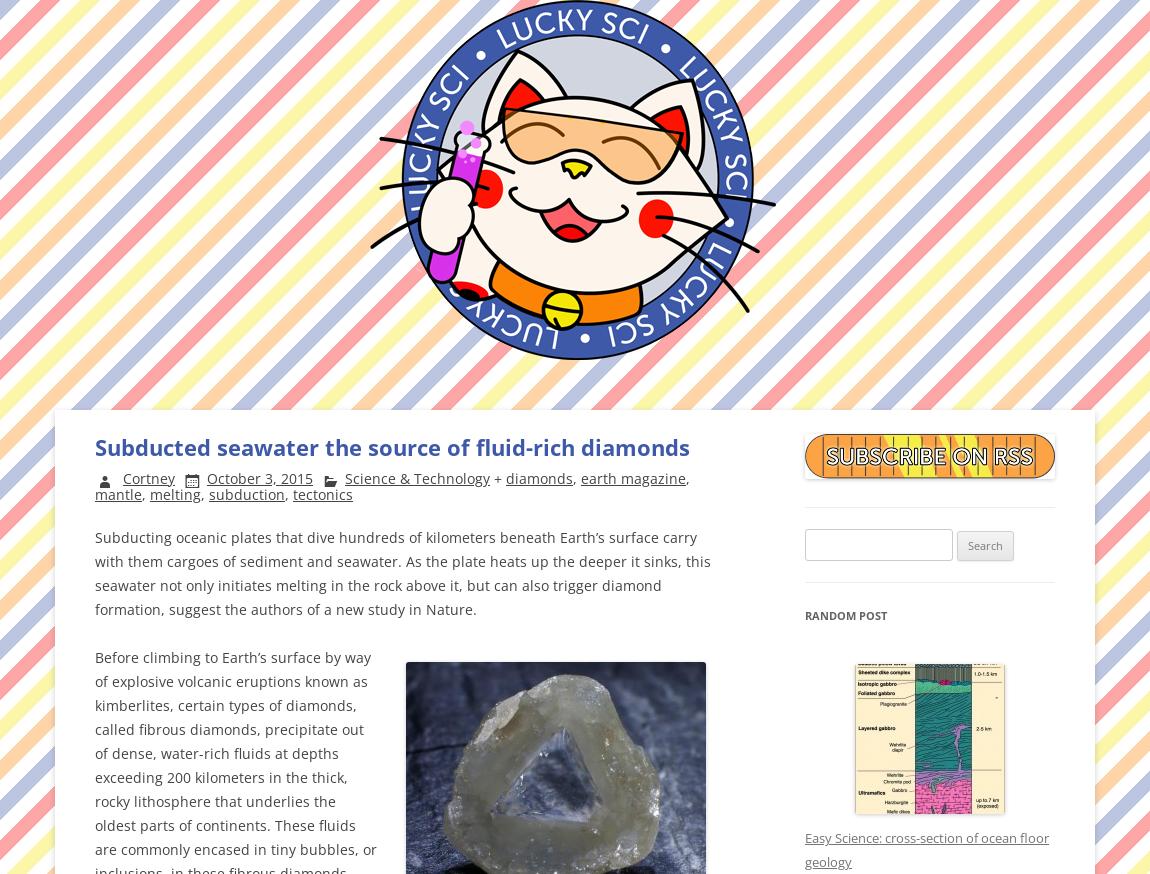 The width and height of the screenshot is (1150, 874). What do you see at coordinates (117, 492) in the screenshot?
I see `'mantle'` at bounding box center [117, 492].